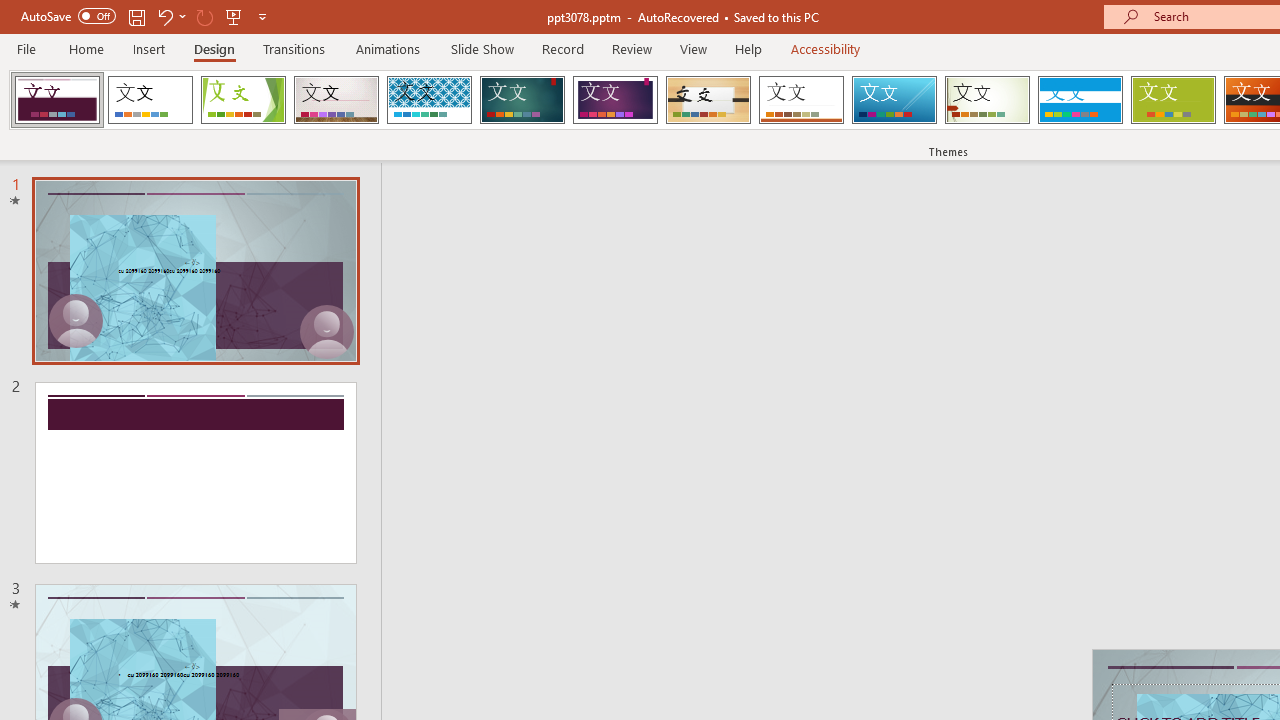 This screenshot has height=720, width=1280. What do you see at coordinates (987, 100) in the screenshot?
I see `'Wisp'` at bounding box center [987, 100].